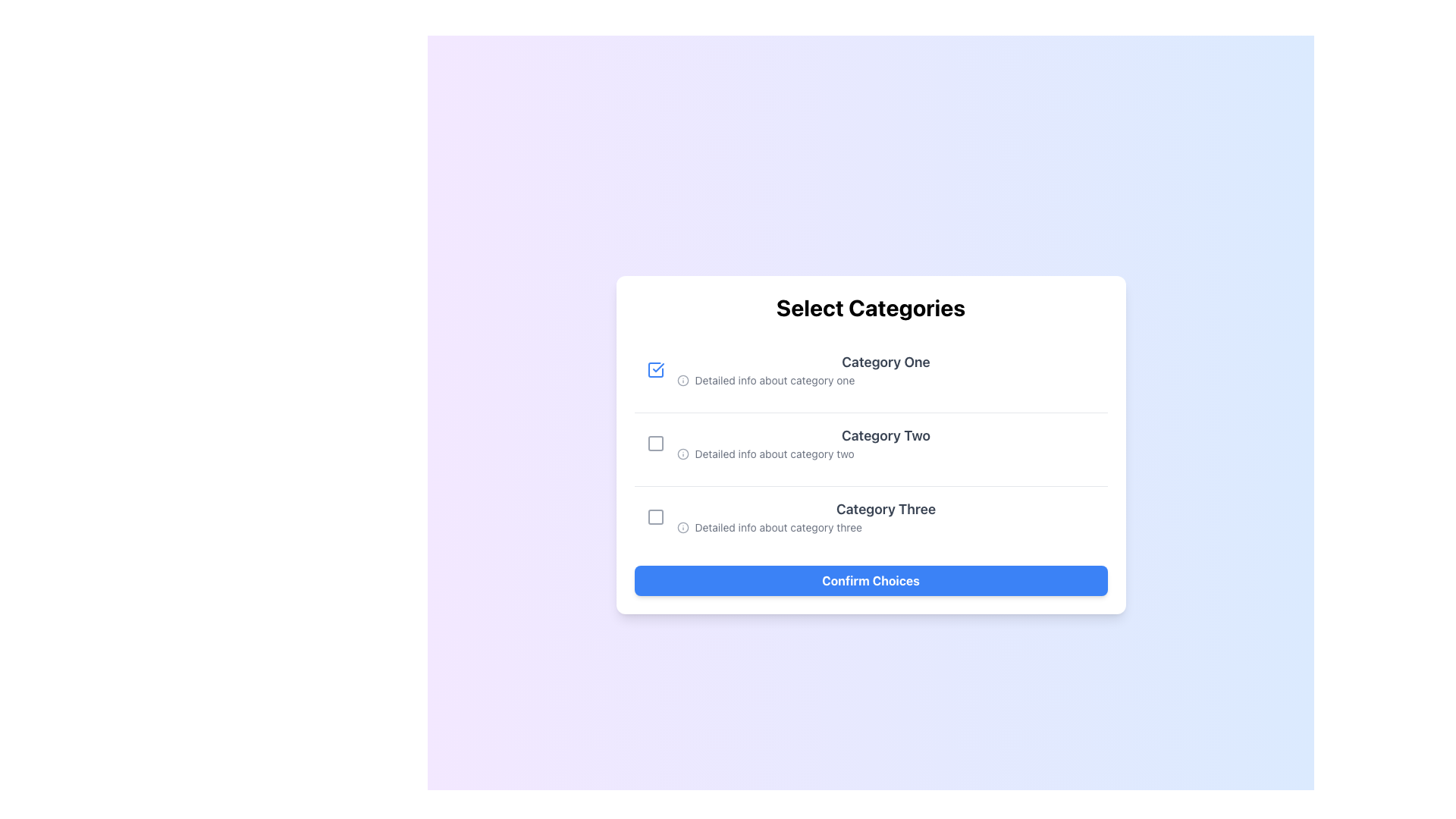 This screenshot has height=819, width=1456. I want to click on the central category selection panel, so click(871, 444).